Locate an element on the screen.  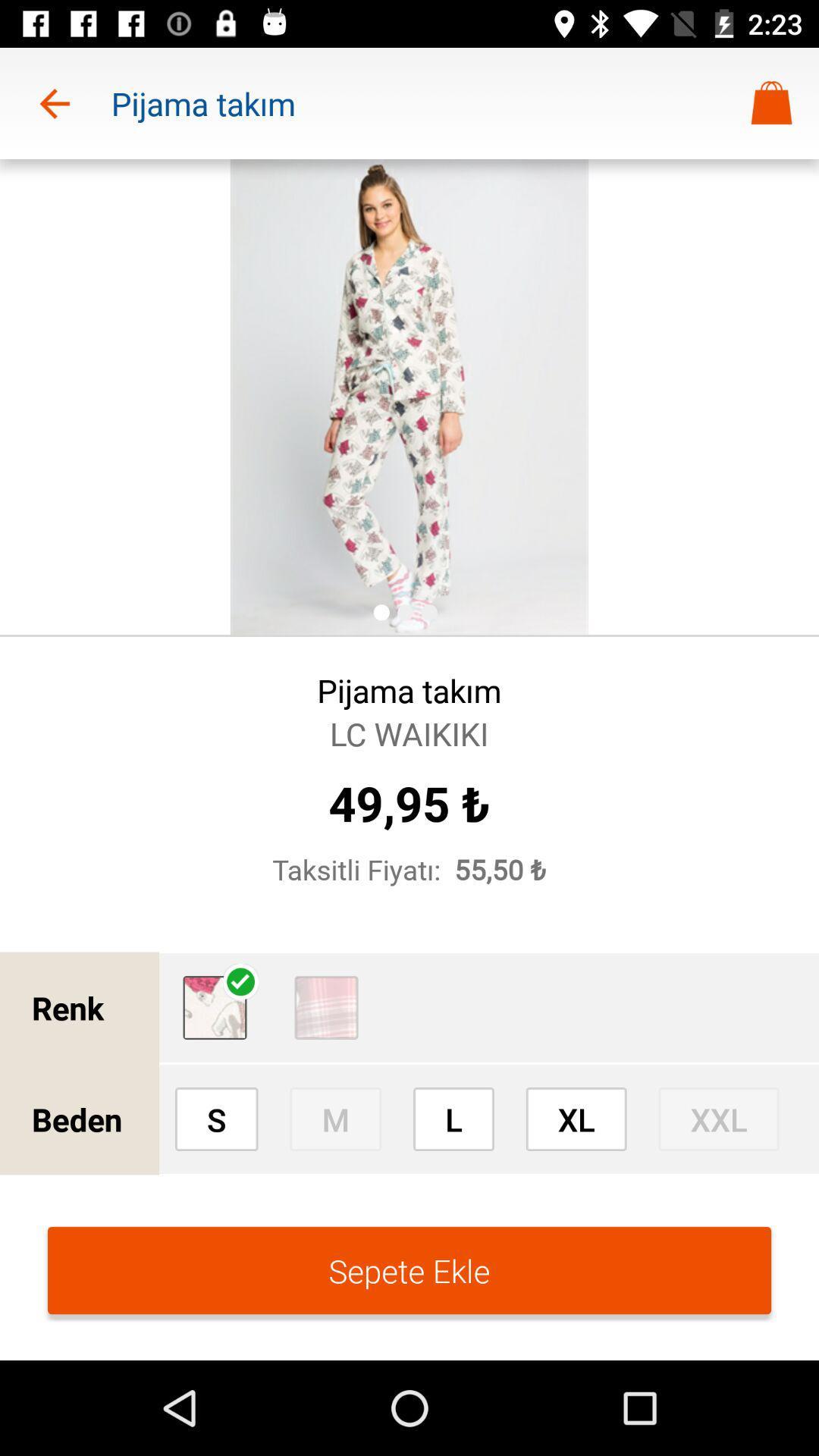
icon to the right of xl is located at coordinates (718, 1119).